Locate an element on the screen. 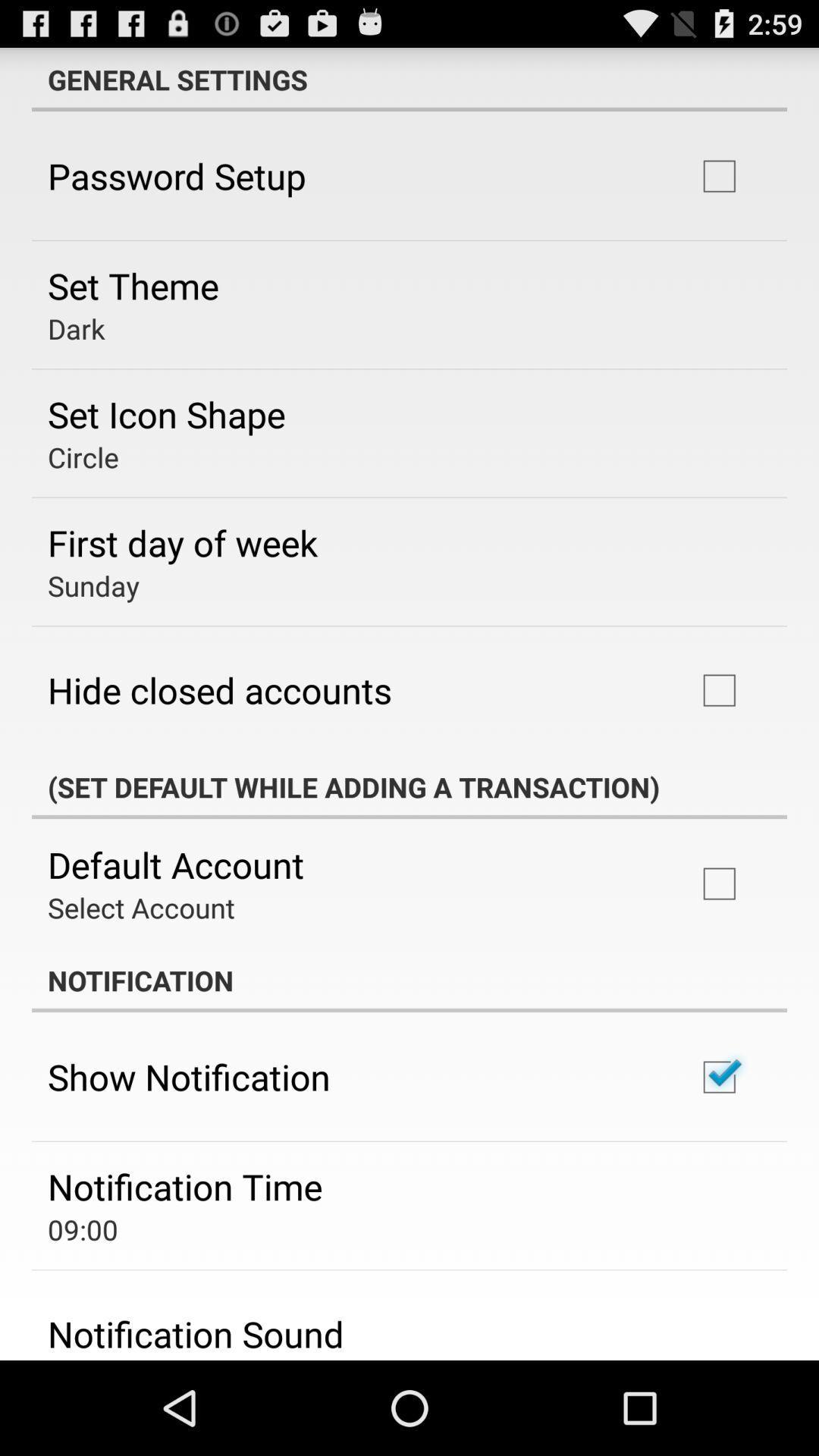 The height and width of the screenshot is (1456, 819). first day of app is located at coordinates (182, 542).